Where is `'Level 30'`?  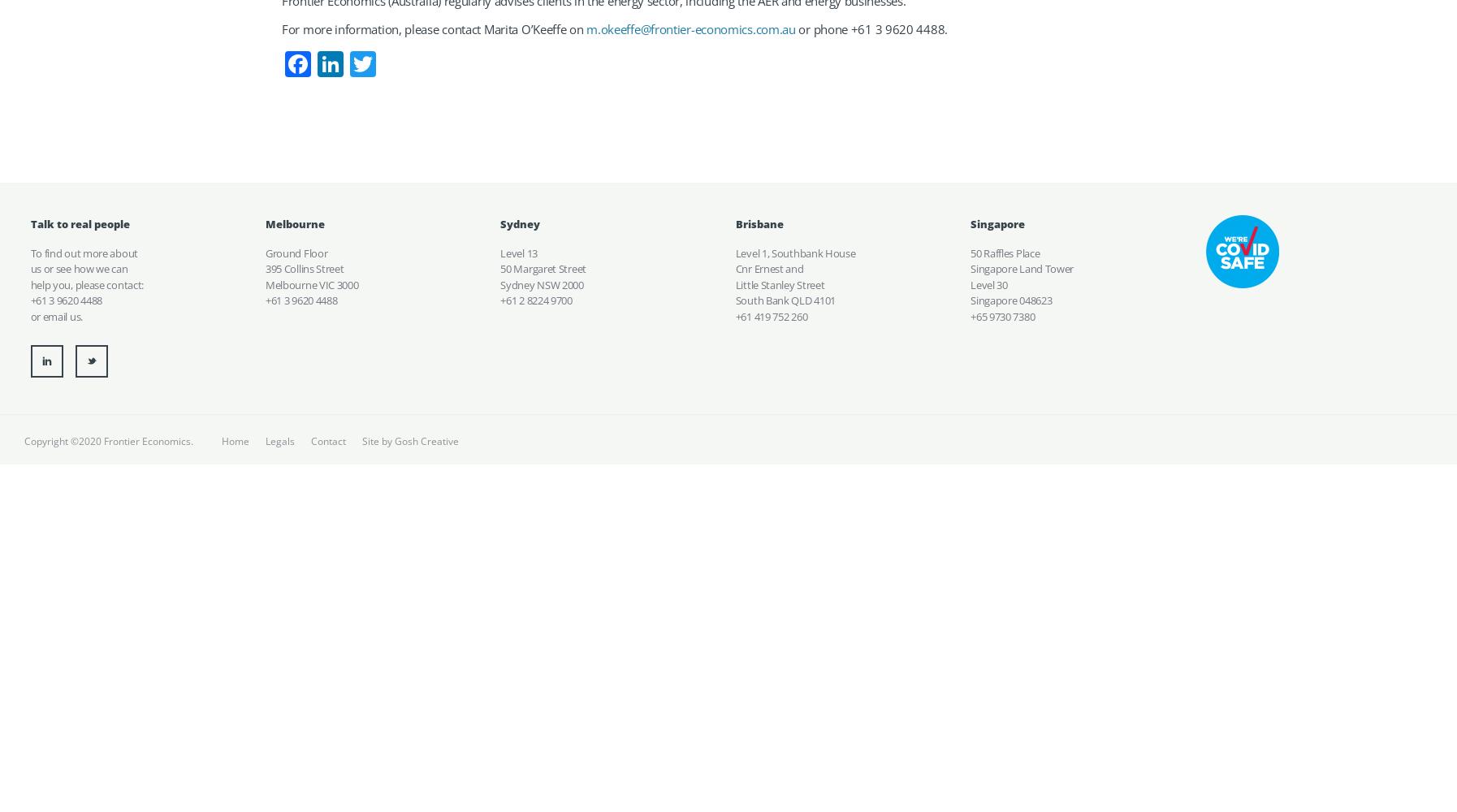
'Level 30' is located at coordinates (988, 283).